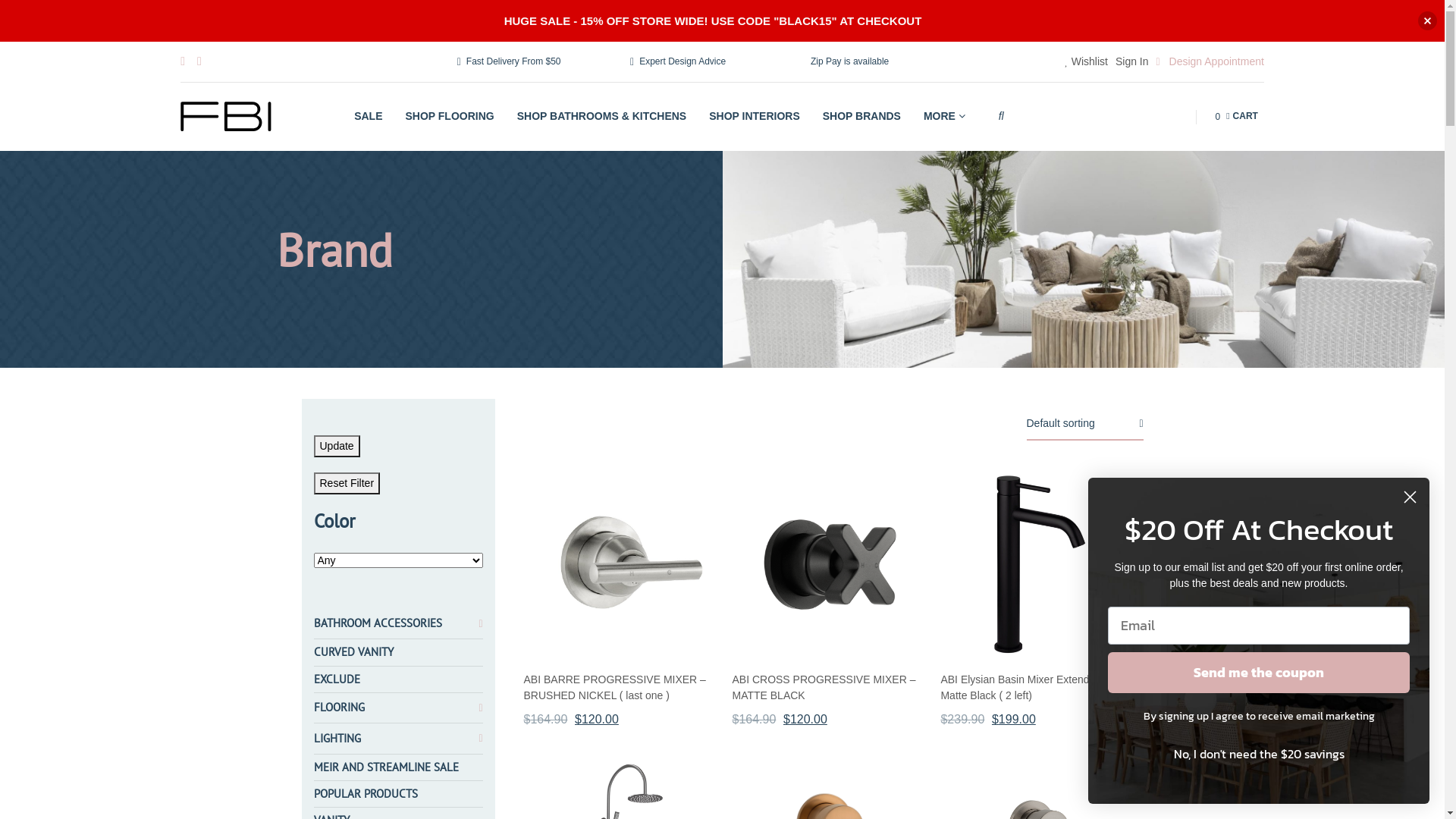  I want to click on 'MEIR AND STREAMLINE SALE', so click(312, 767).